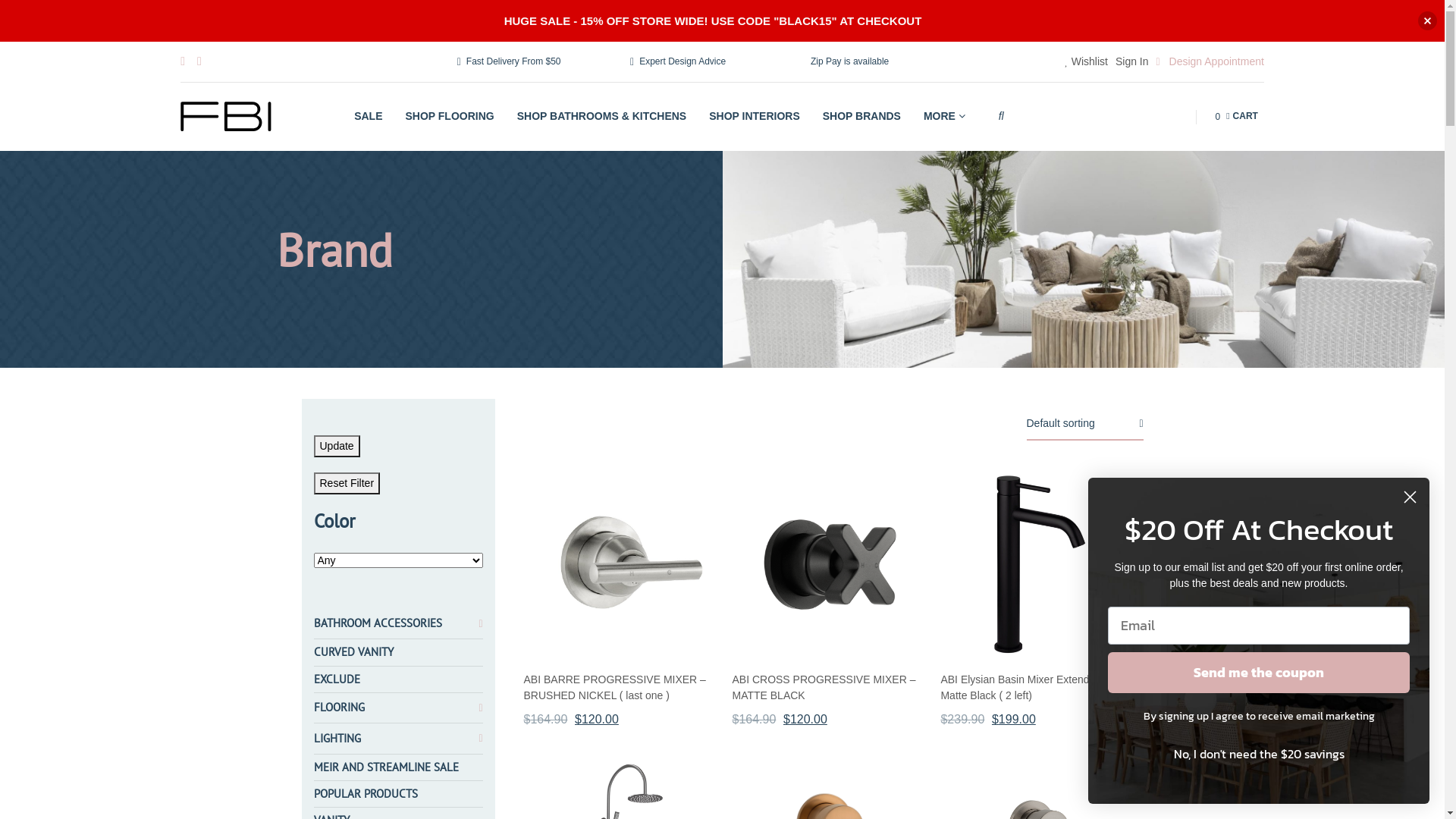  I want to click on 'MEIR AND STREAMLINE SALE', so click(312, 767).